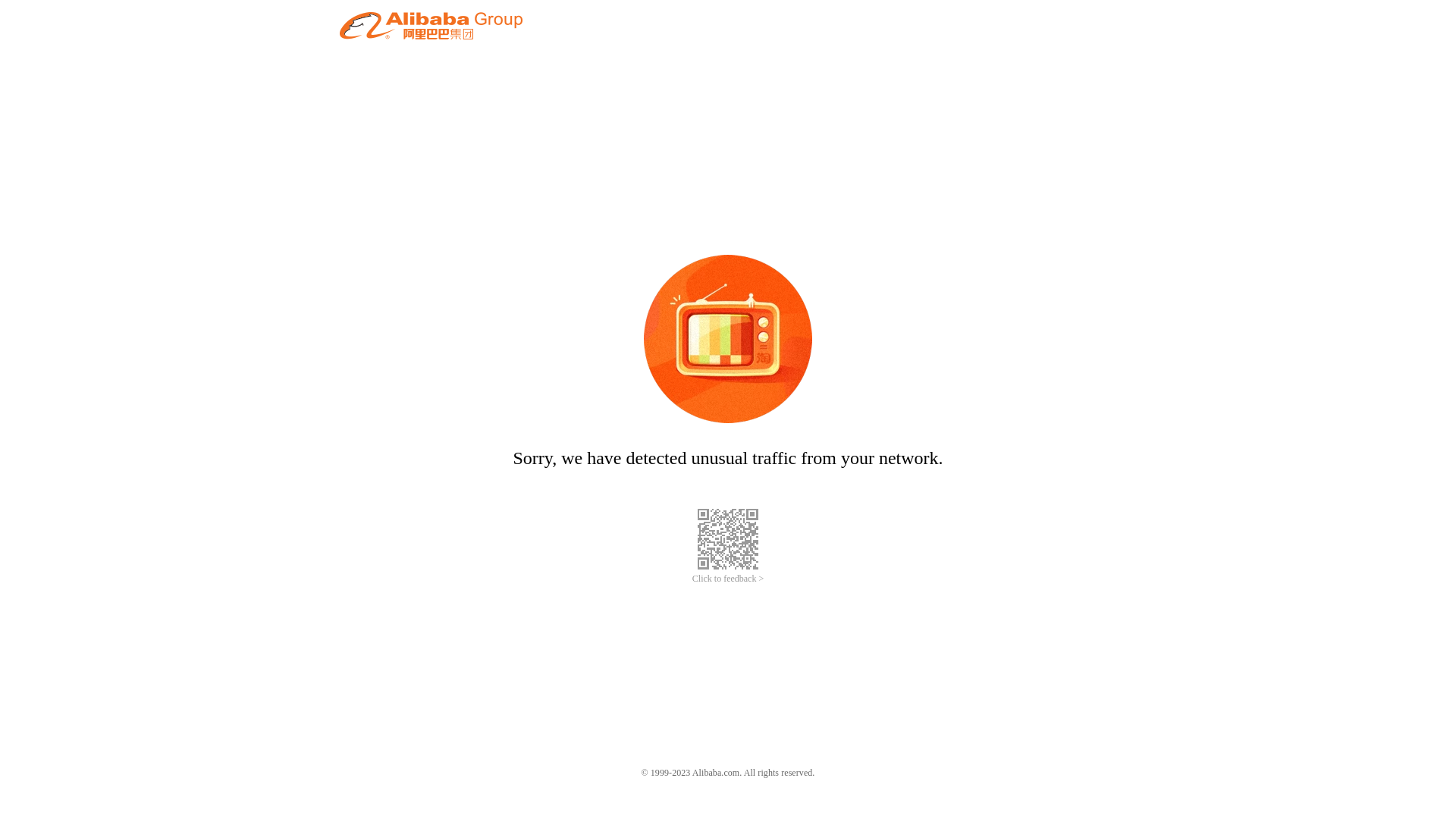 The height and width of the screenshot is (819, 1456). I want to click on 'Click to feedback >', so click(728, 579).